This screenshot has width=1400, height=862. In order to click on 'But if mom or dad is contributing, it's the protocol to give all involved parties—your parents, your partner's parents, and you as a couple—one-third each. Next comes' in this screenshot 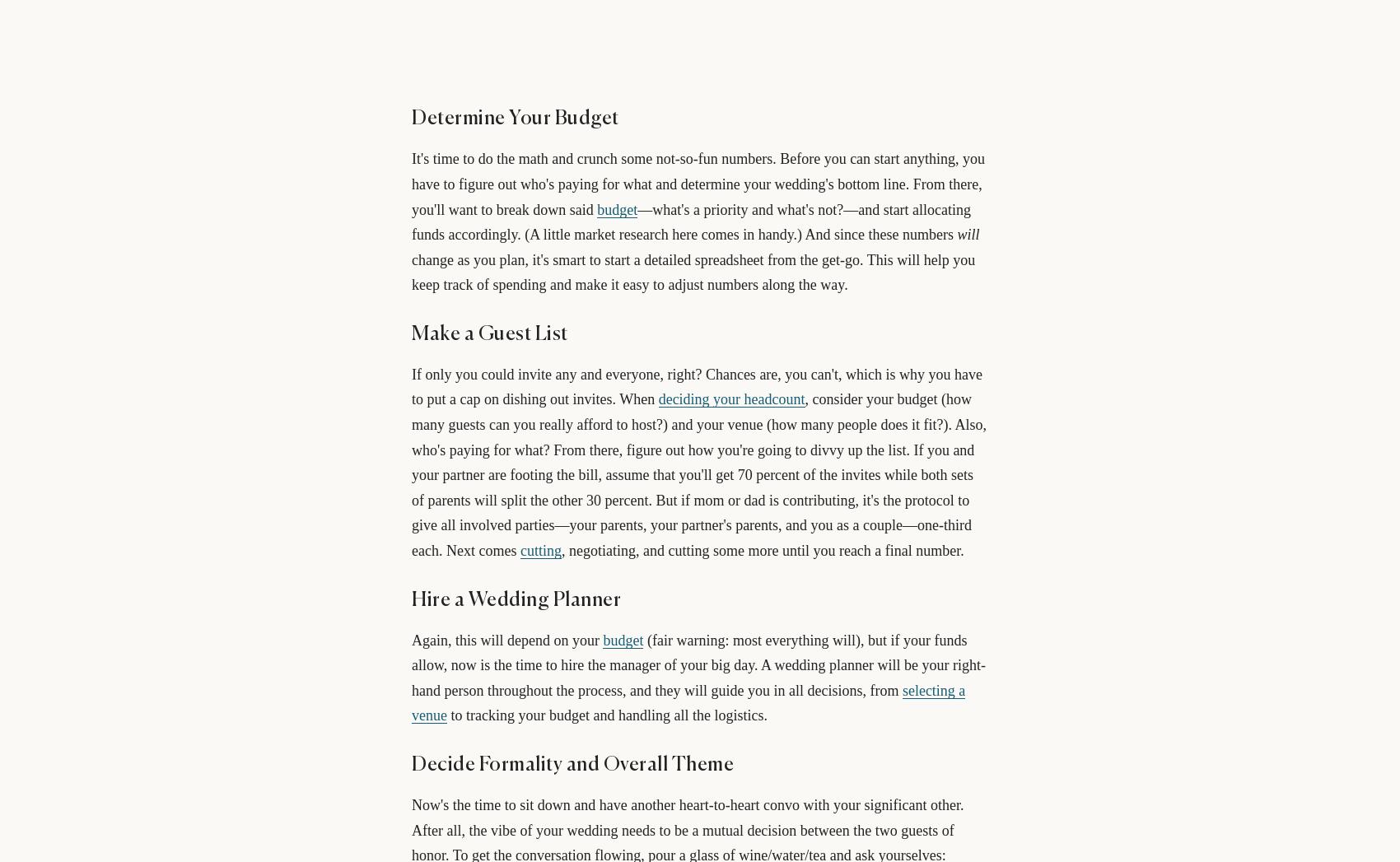, I will do `click(690, 525)`.